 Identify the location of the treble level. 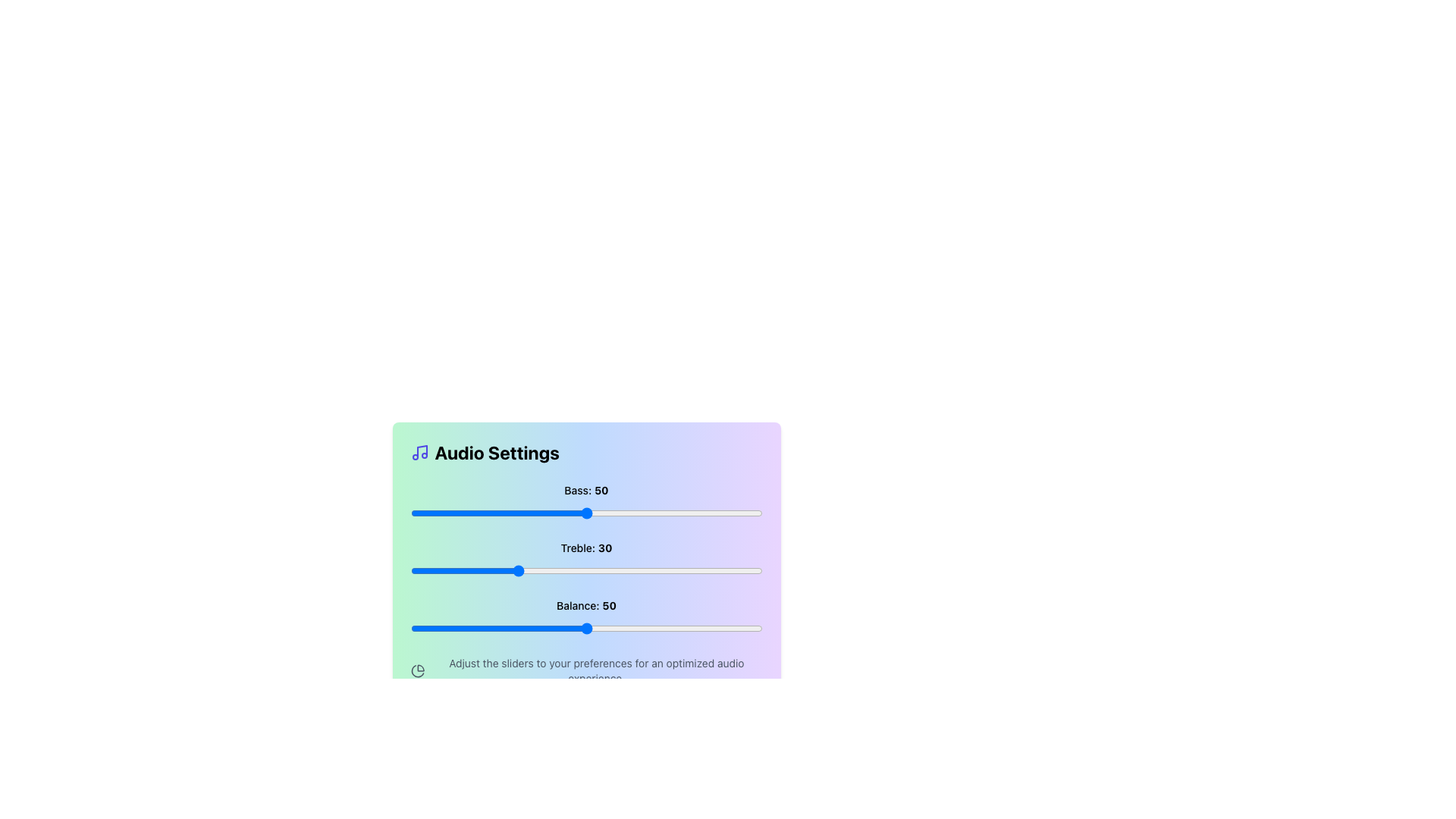
(431, 570).